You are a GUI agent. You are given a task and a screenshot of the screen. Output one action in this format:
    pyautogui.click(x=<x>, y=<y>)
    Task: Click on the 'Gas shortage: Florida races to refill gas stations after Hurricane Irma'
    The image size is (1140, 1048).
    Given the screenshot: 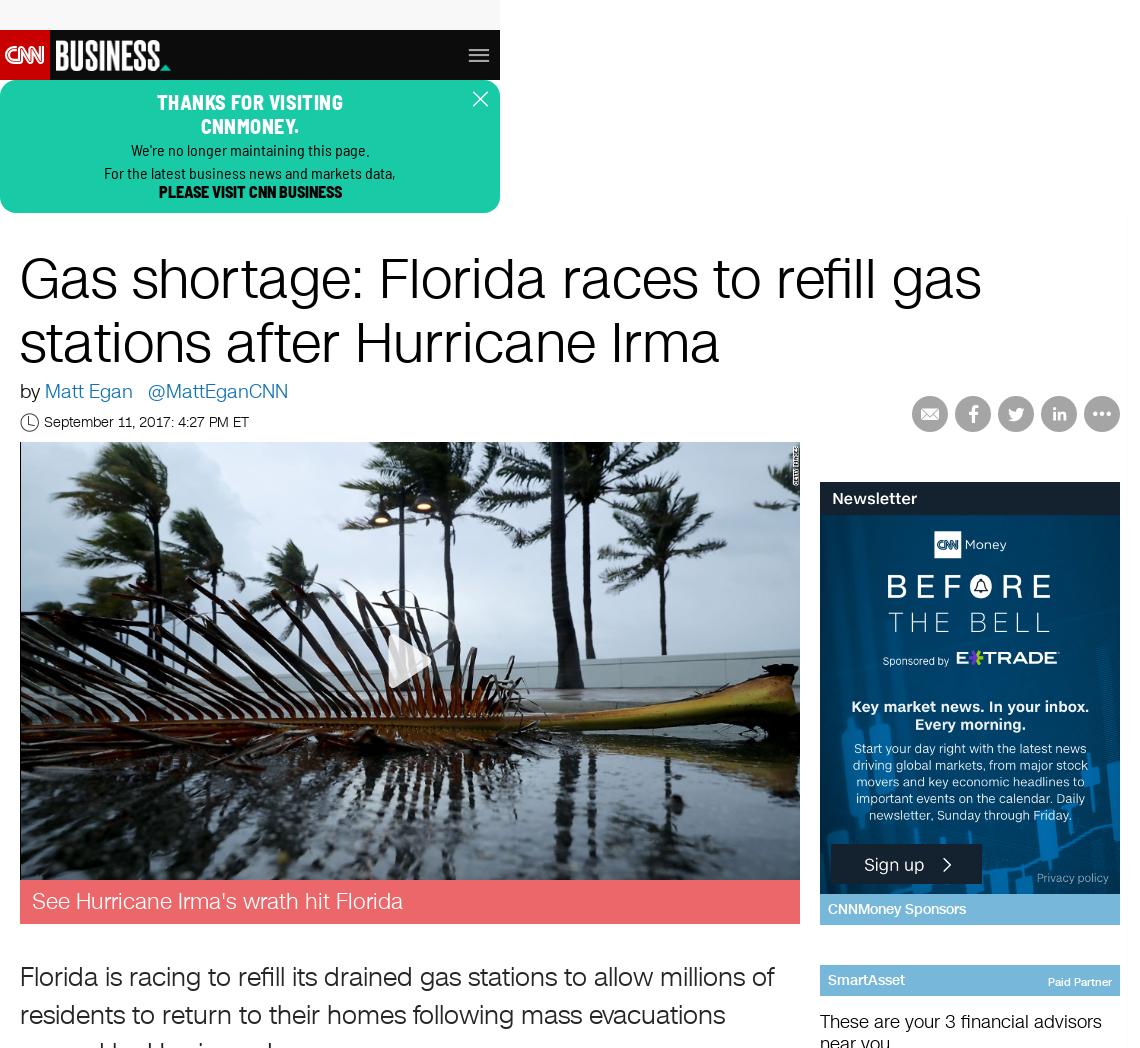 What is the action you would take?
    pyautogui.click(x=499, y=313)
    